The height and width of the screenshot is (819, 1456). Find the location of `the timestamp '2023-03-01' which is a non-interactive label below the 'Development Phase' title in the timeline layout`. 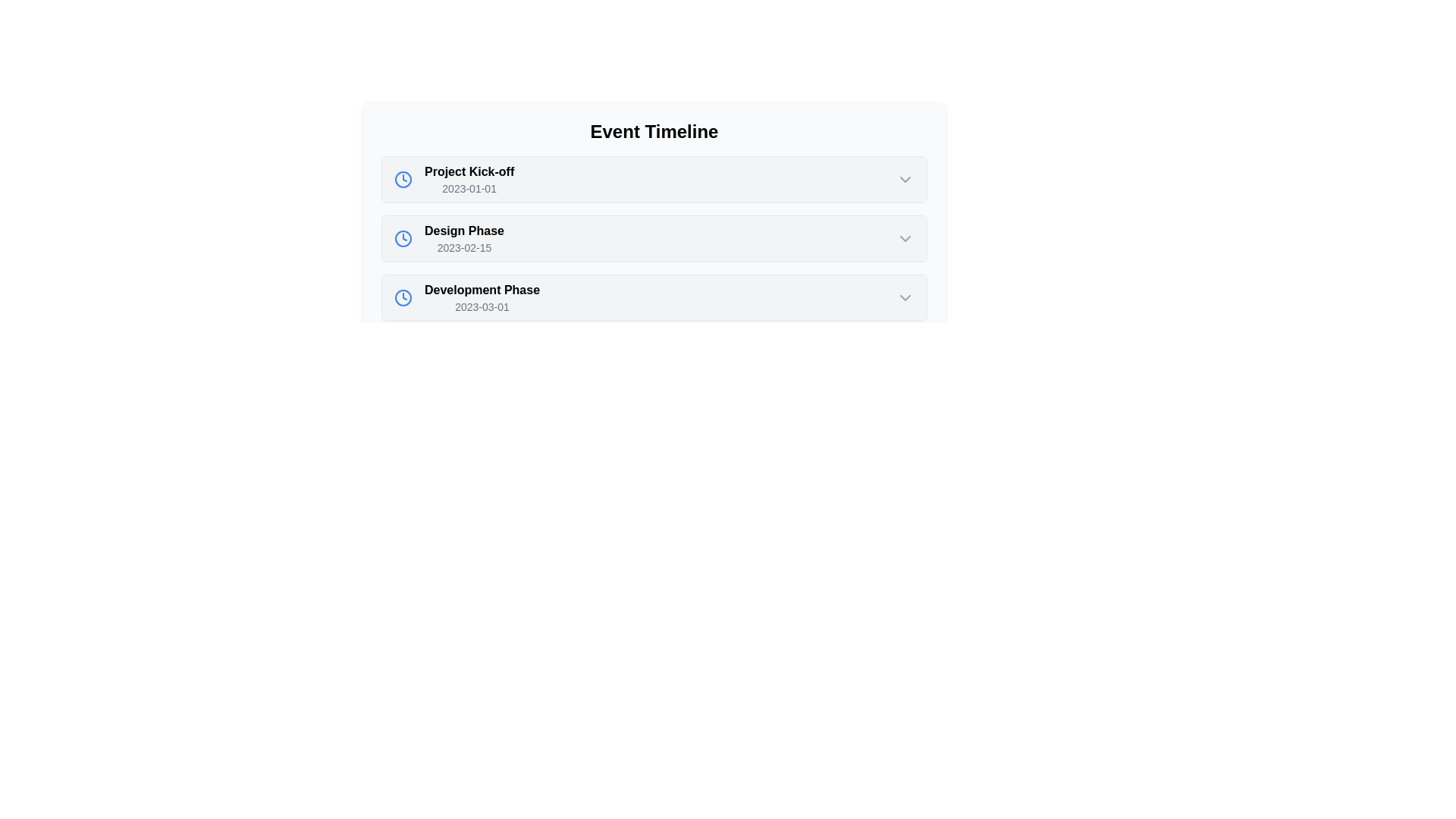

the timestamp '2023-03-01' which is a non-interactive label below the 'Development Phase' title in the timeline layout is located at coordinates (482, 307).